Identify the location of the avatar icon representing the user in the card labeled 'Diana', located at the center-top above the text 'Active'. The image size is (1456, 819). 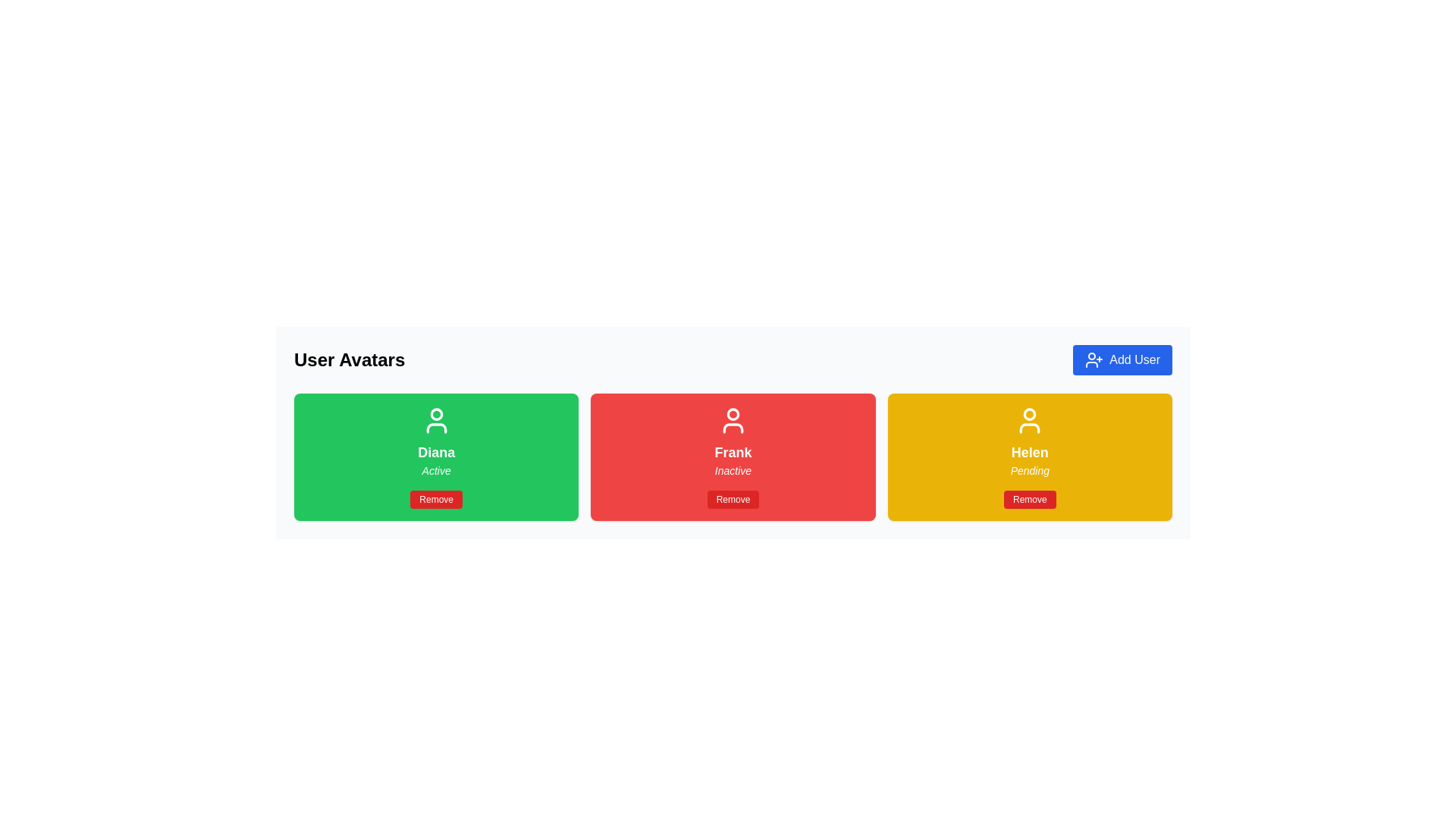
(435, 421).